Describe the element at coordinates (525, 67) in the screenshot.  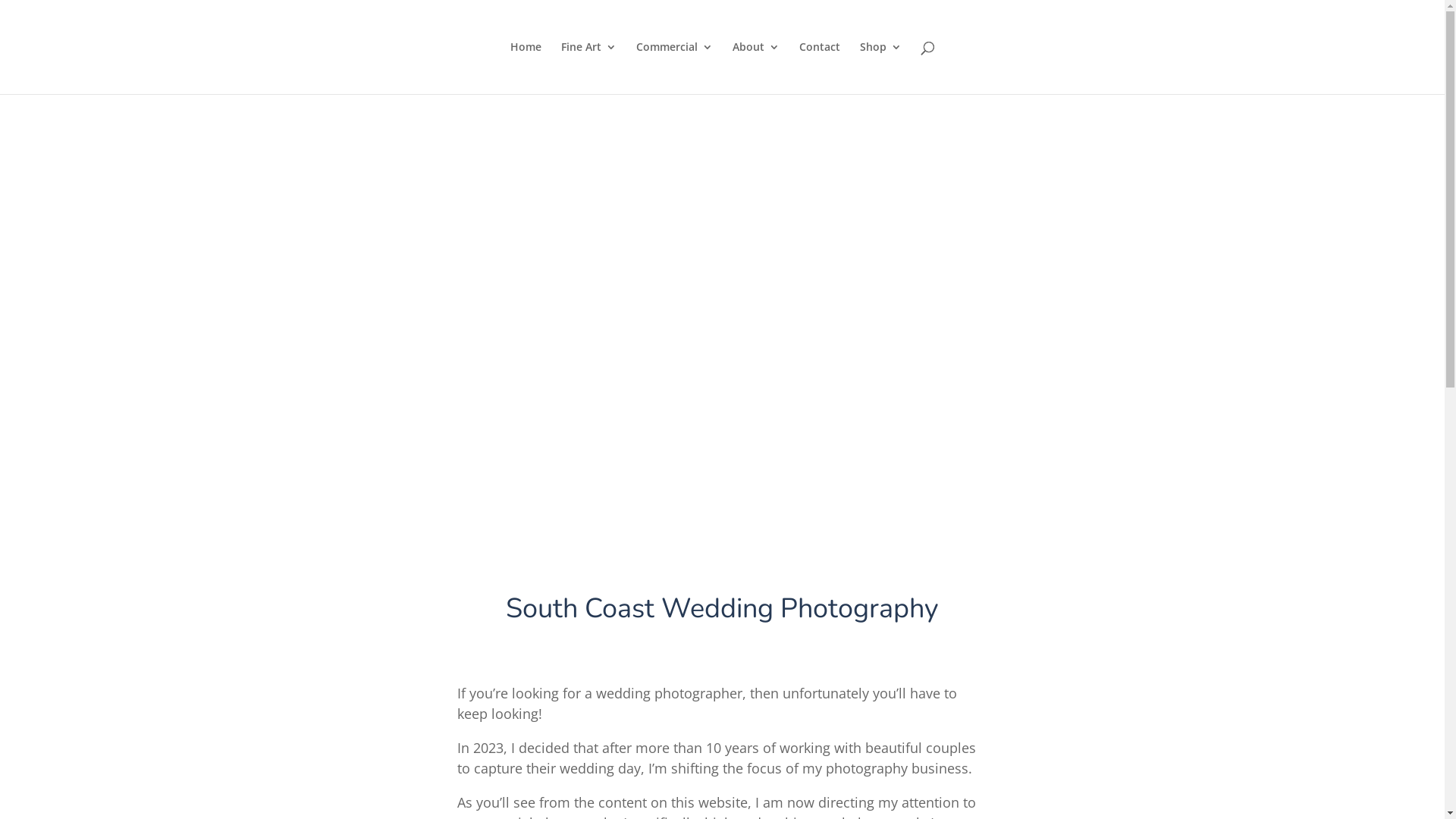
I see `'Home'` at that location.